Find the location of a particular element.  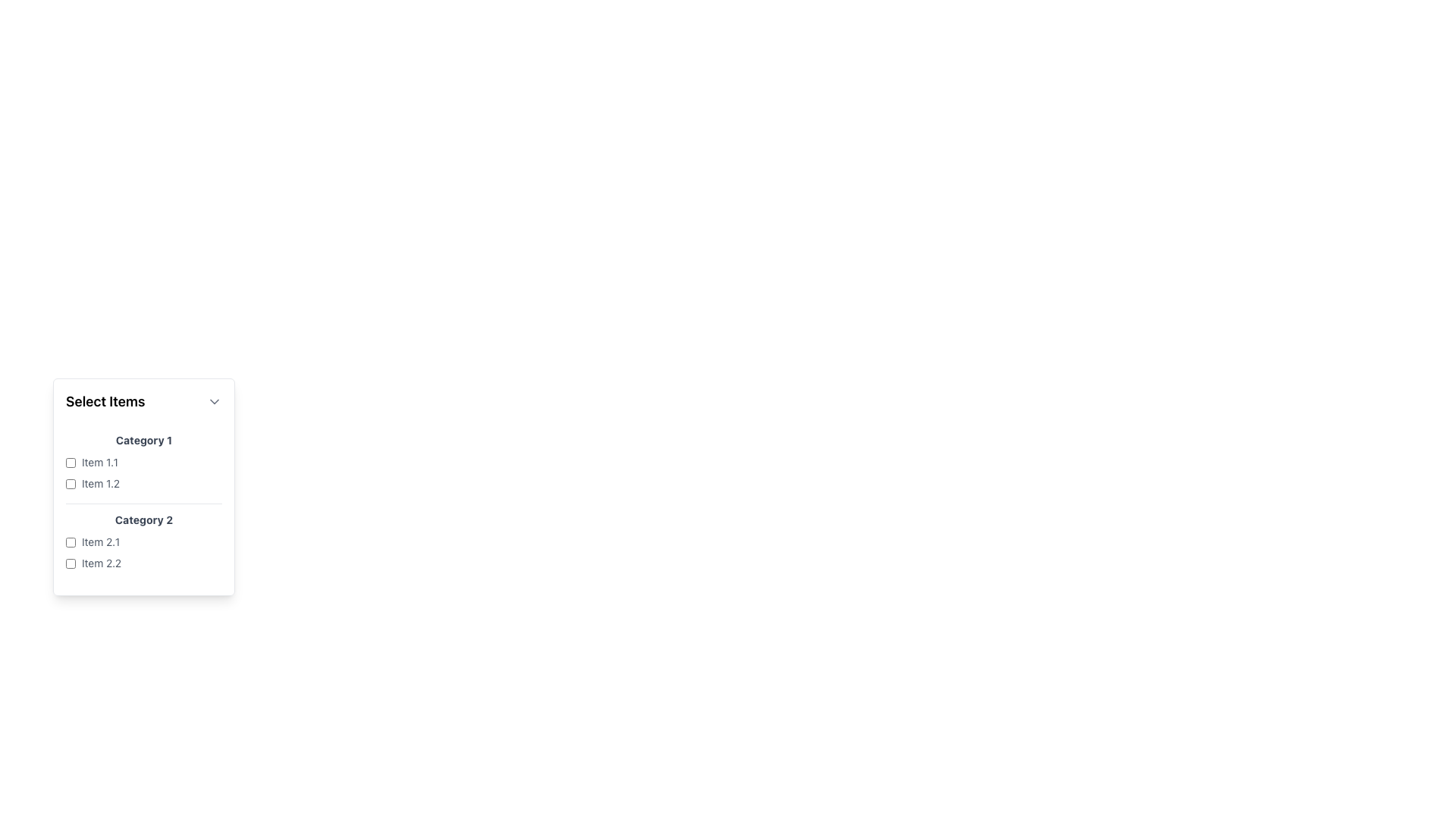

the text label displaying 'Item 1.1', which is styled in a subtle gray color and positioned to the right of its corresponding checkbox in the 'Category 1' section is located at coordinates (99, 461).